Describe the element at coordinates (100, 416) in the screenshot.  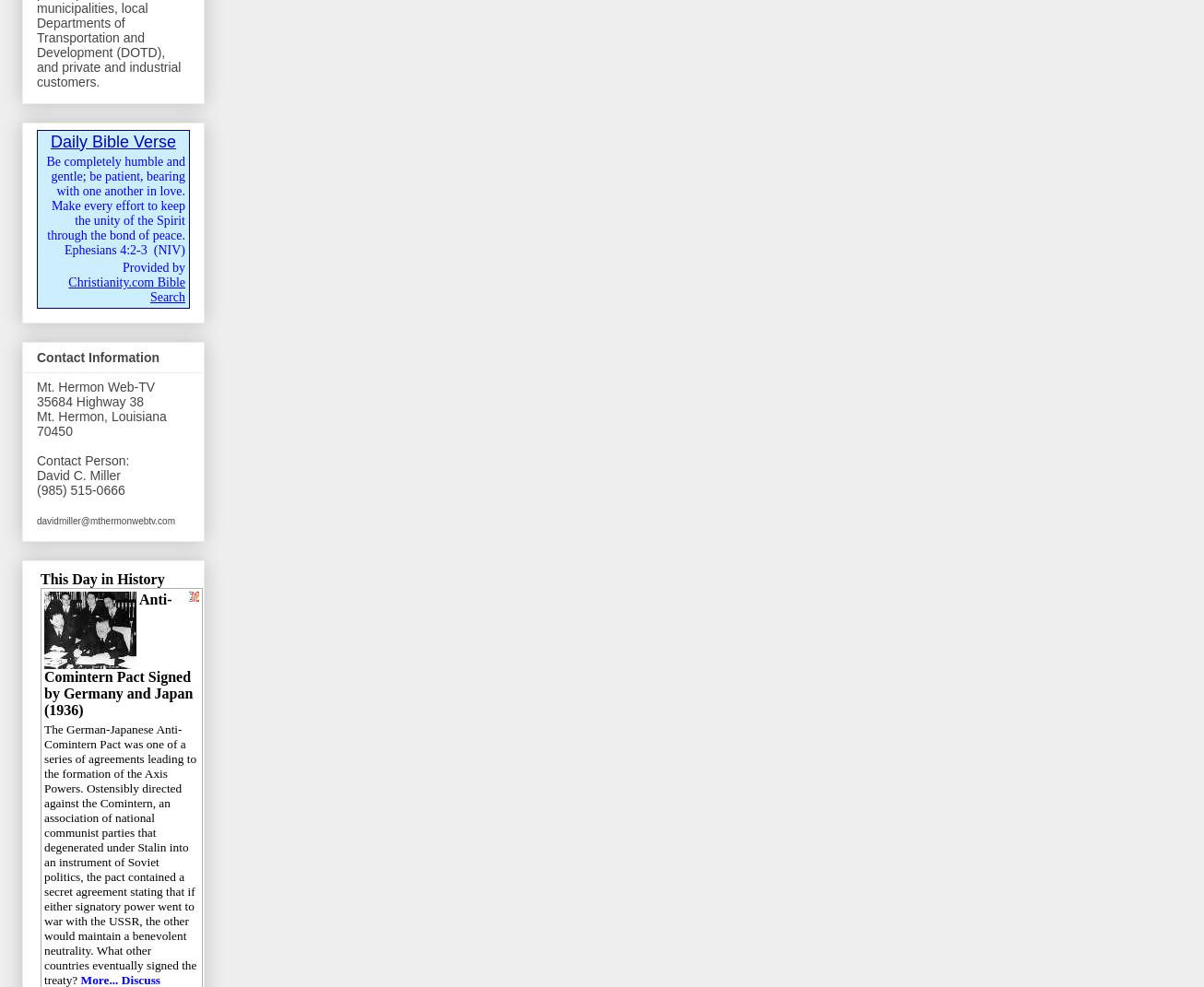
I see `'Mt. Hermon, Louisiana'` at that location.